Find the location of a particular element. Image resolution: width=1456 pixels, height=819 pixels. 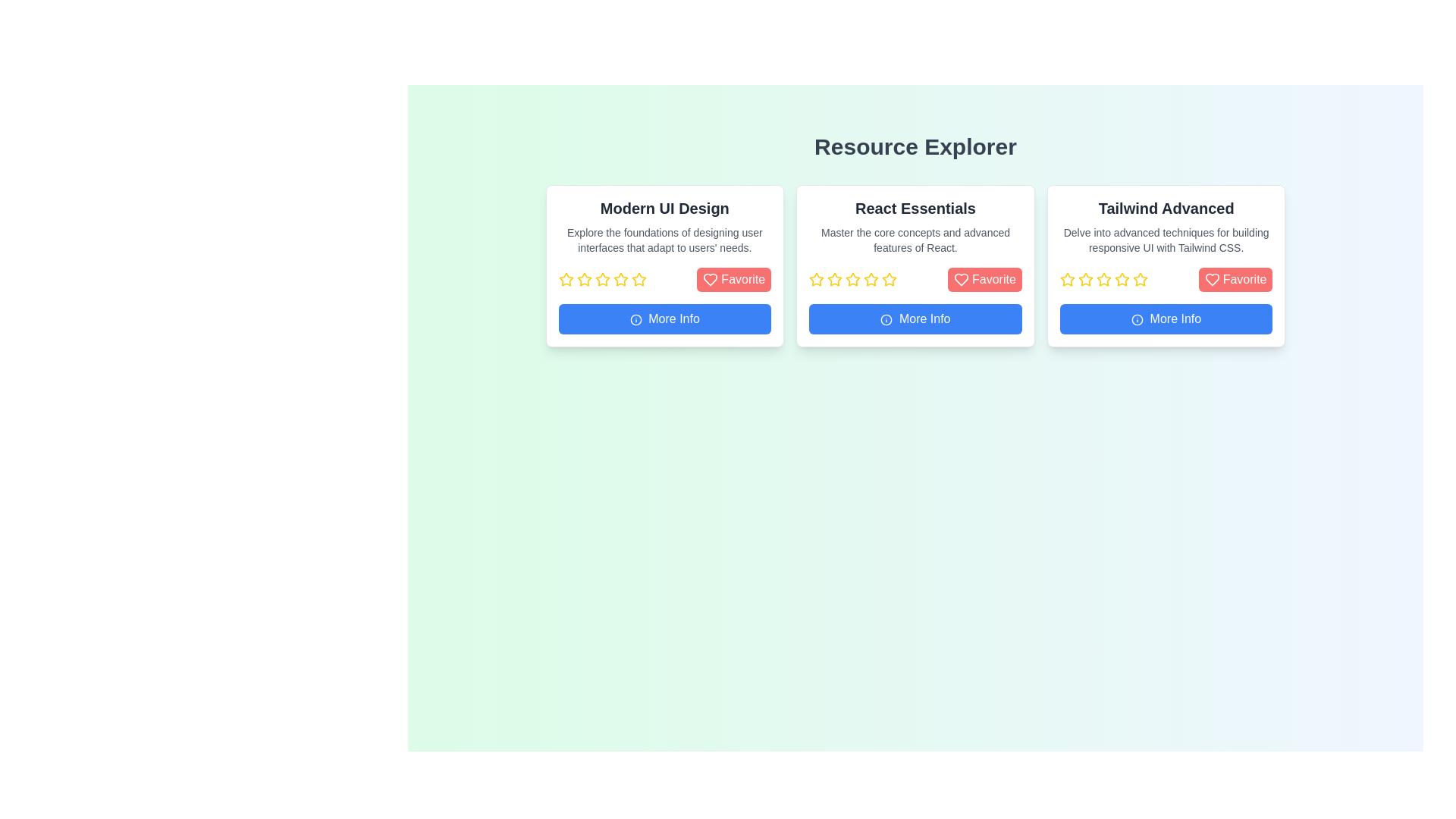

the third yellow star icon in the rating system under the 'React Essentials' card to indicate a rating is located at coordinates (834, 280).